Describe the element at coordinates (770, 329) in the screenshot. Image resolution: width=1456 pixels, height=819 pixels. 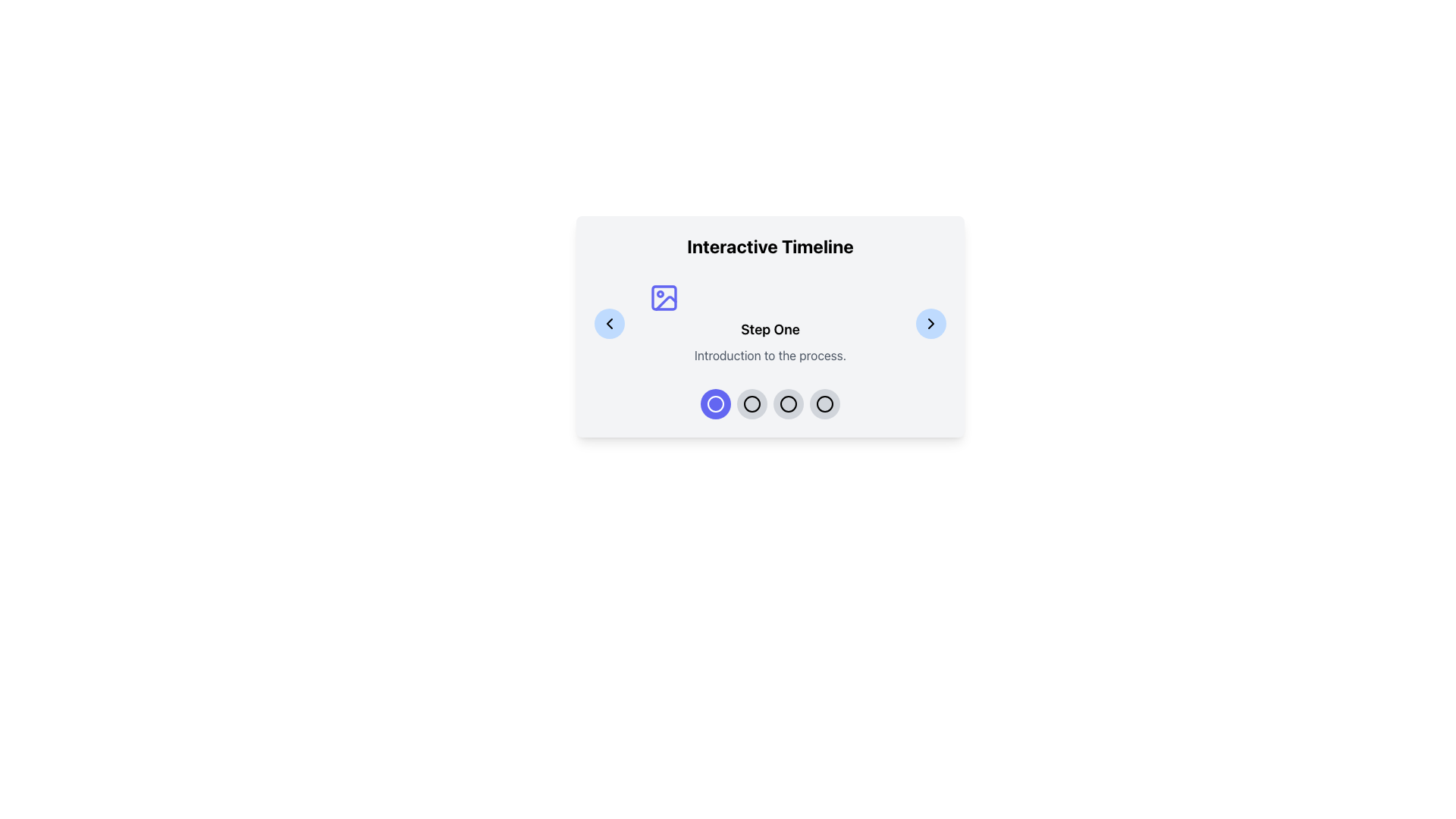
I see `the static text header that labels the current step in the process, located centrally below an icon and above descriptive text` at that location.